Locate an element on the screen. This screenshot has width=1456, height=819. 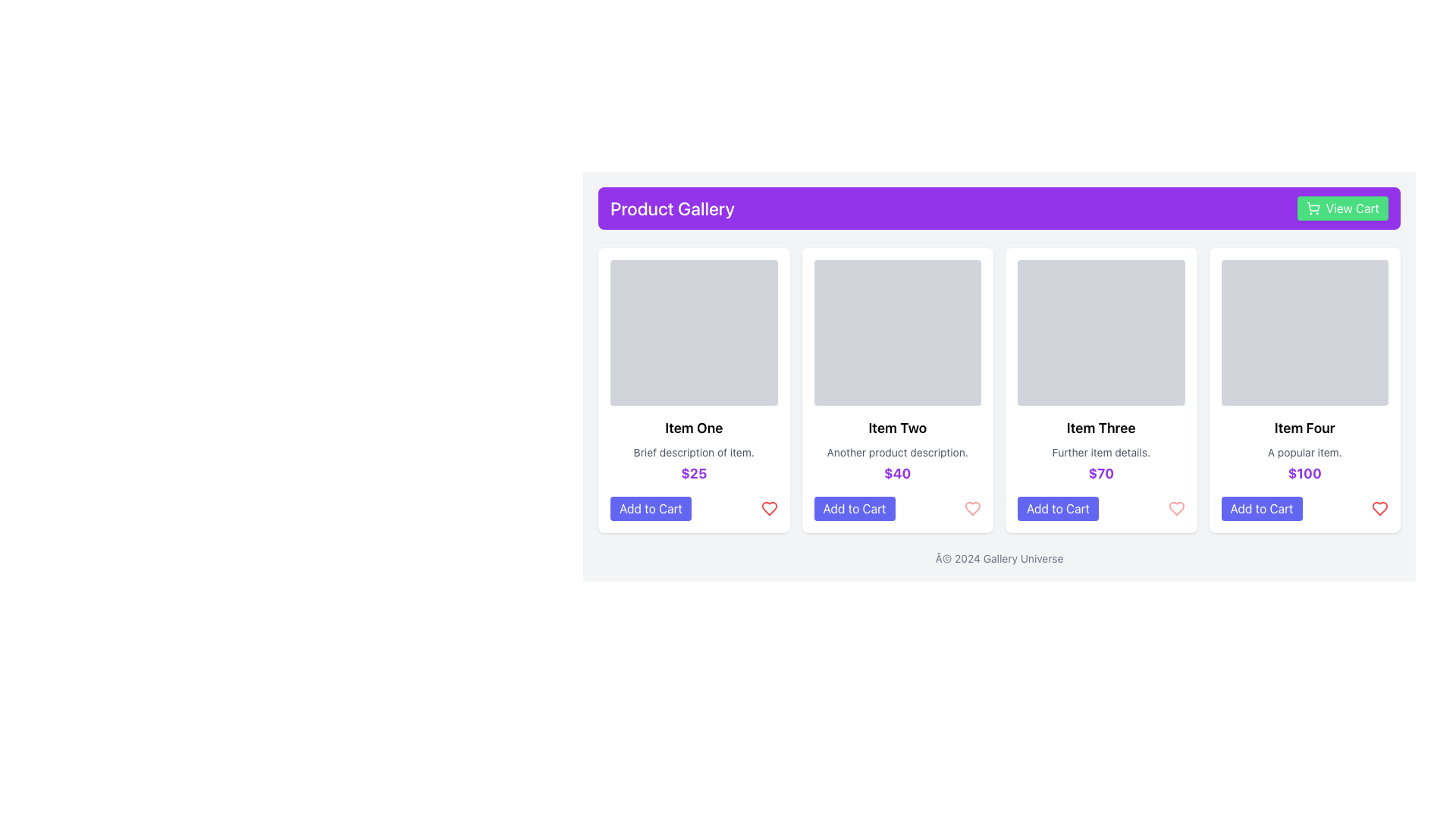
the price label displaying '$100' in the fourth product card titled 'Item Four', which is styled in bold purple and positioned above the 'Add to Cart' button is located at coordinates (1304, 472).